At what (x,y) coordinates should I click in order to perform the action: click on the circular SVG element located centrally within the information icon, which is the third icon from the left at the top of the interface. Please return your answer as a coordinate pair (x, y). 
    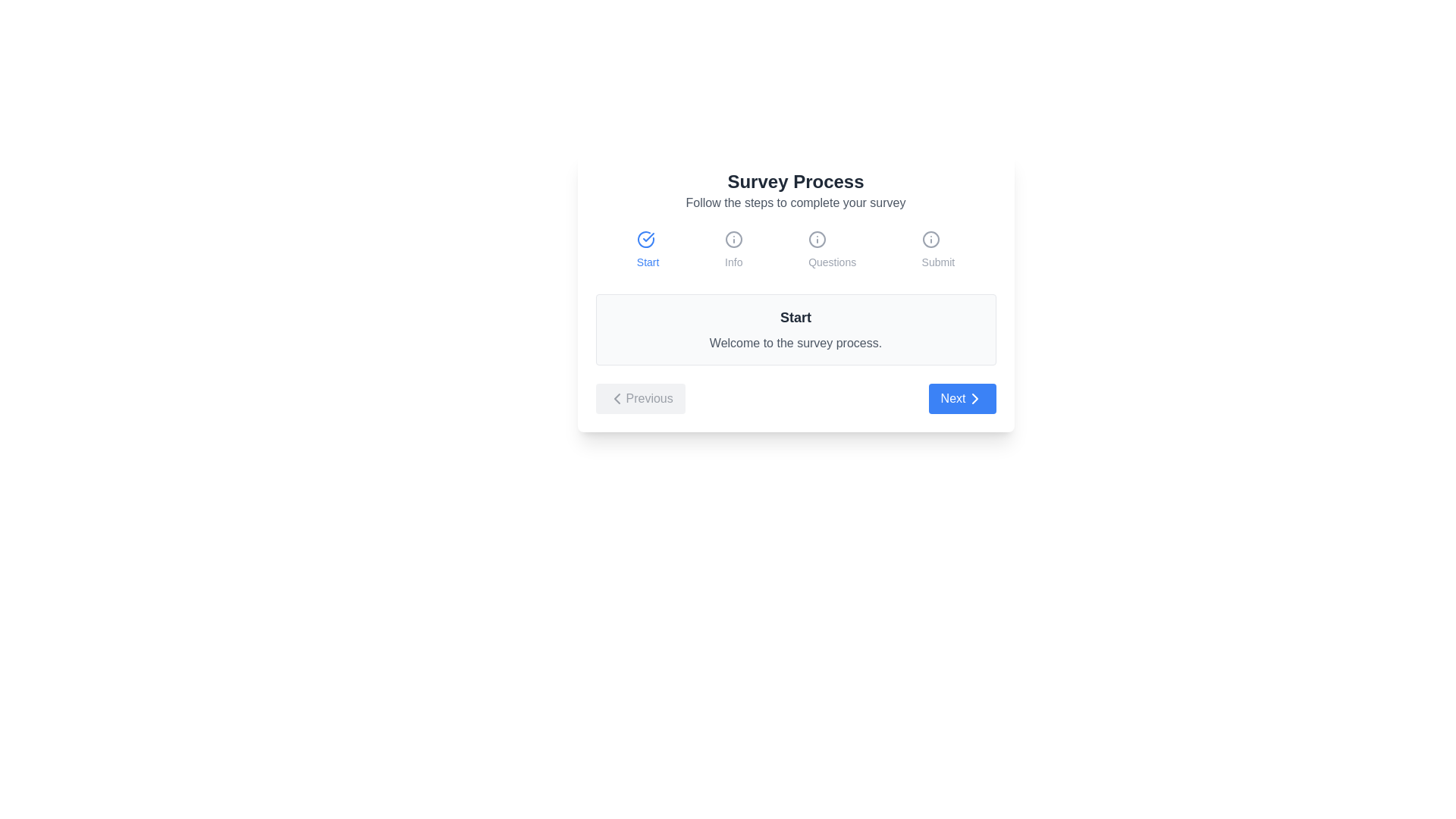
    Looking at the image, I should click on (930, 239).